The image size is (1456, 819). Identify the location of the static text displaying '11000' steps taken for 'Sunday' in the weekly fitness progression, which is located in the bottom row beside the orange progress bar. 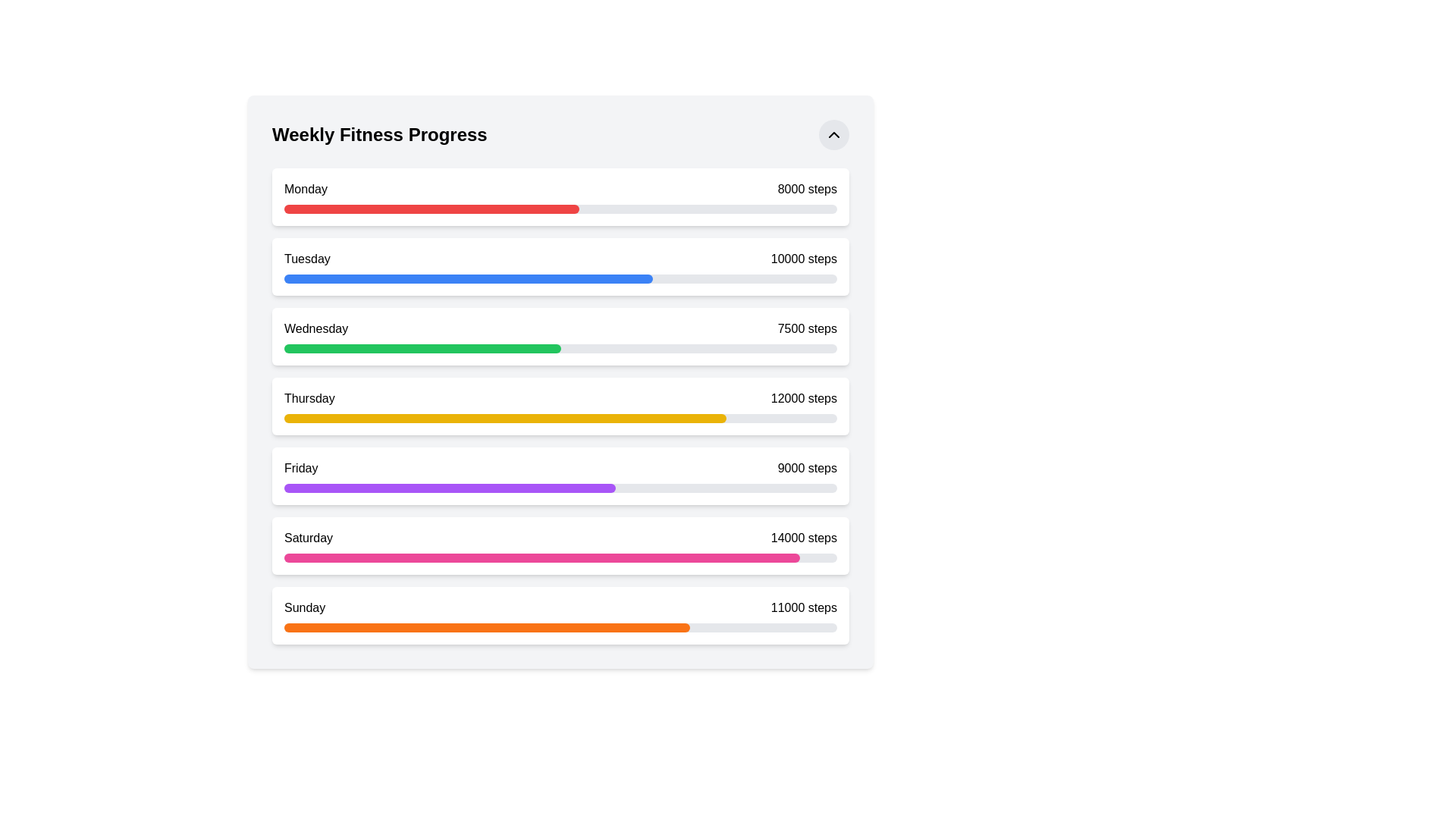
(803, 607).